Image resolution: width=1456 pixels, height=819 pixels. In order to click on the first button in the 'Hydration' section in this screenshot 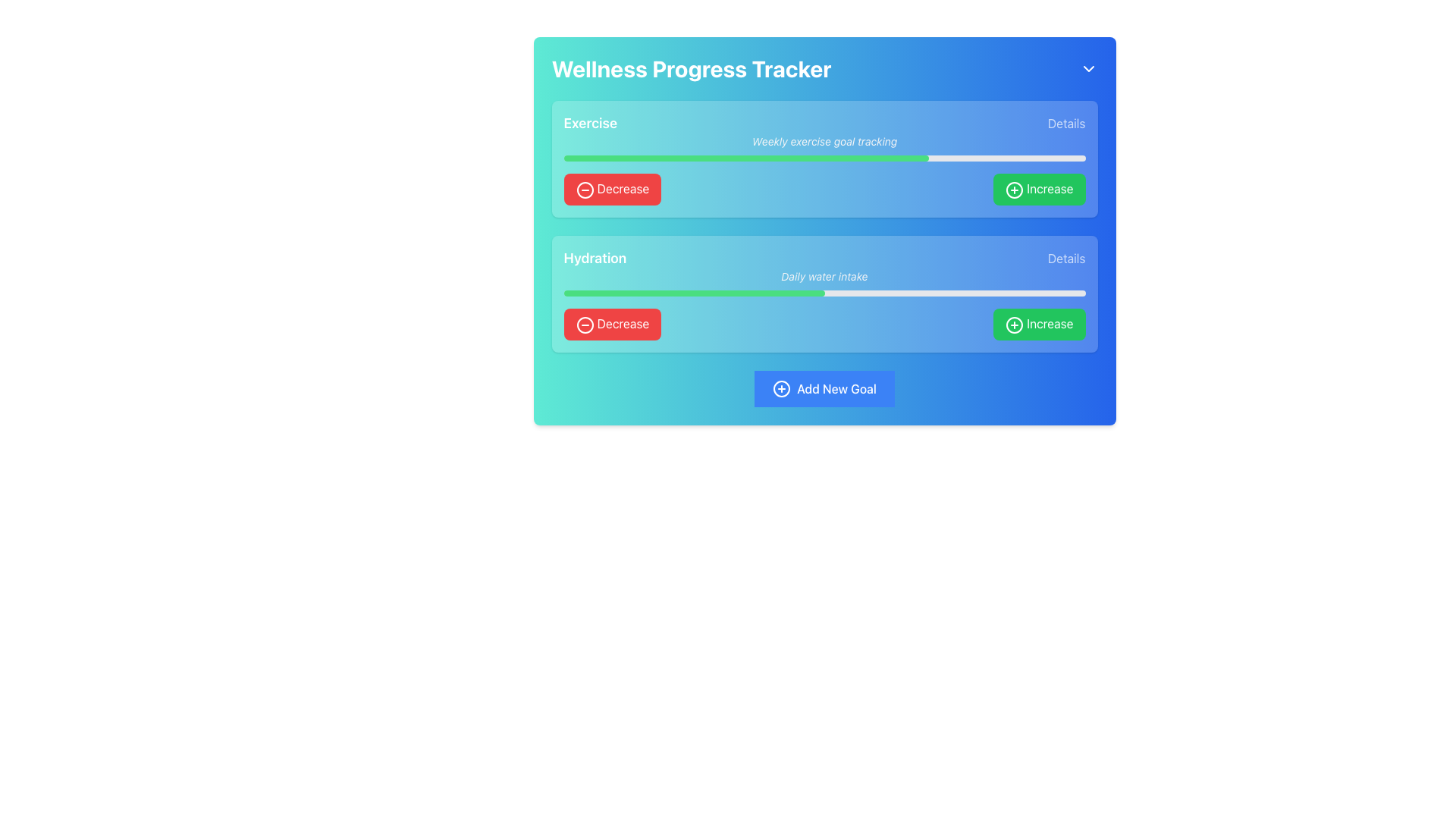, I will do `click(612, 323)`.